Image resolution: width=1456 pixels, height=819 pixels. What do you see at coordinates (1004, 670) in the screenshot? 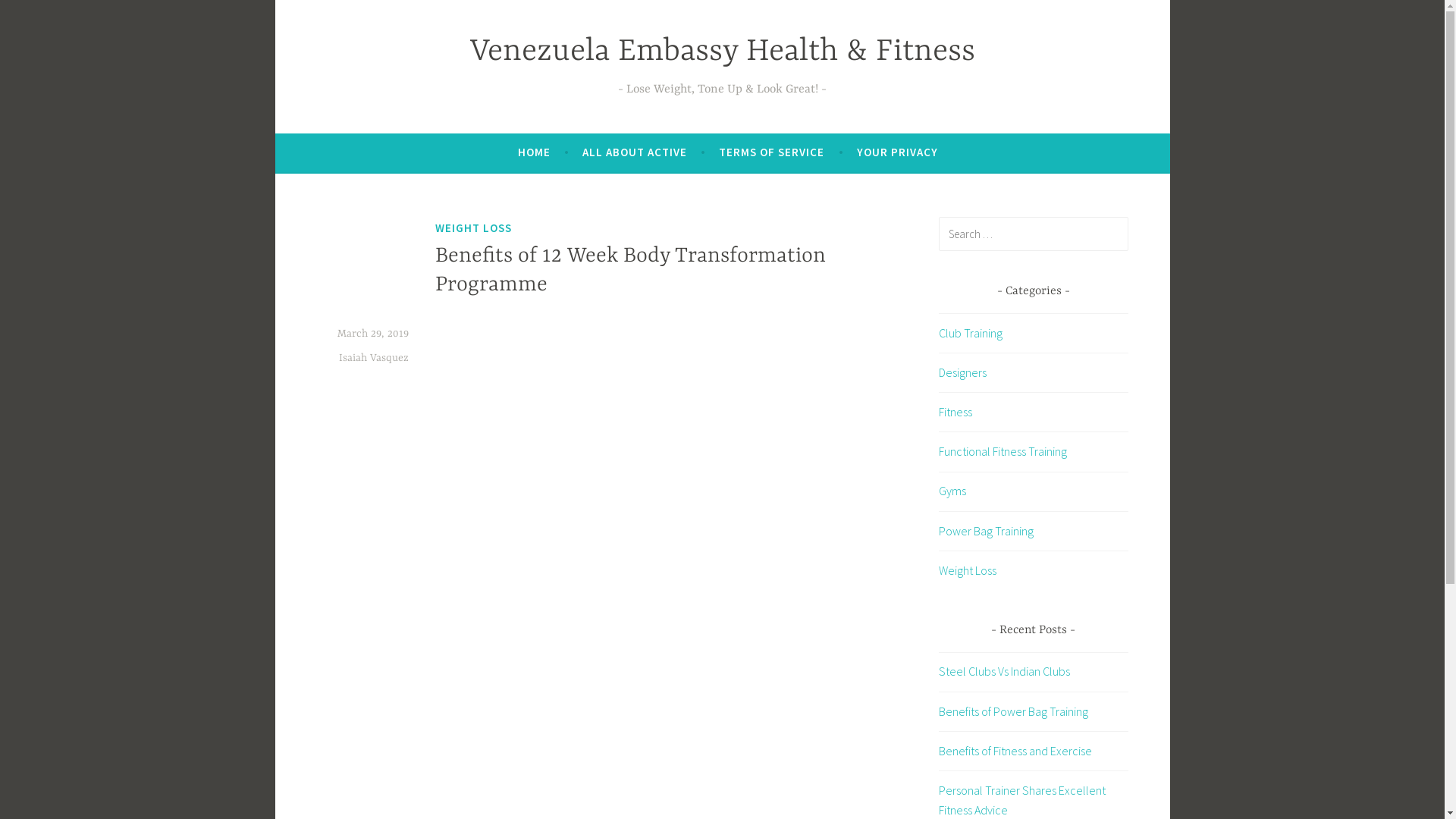
I see `'Steel Clubs Vs Indian Clubs'` at bounding box center [1004, 670].